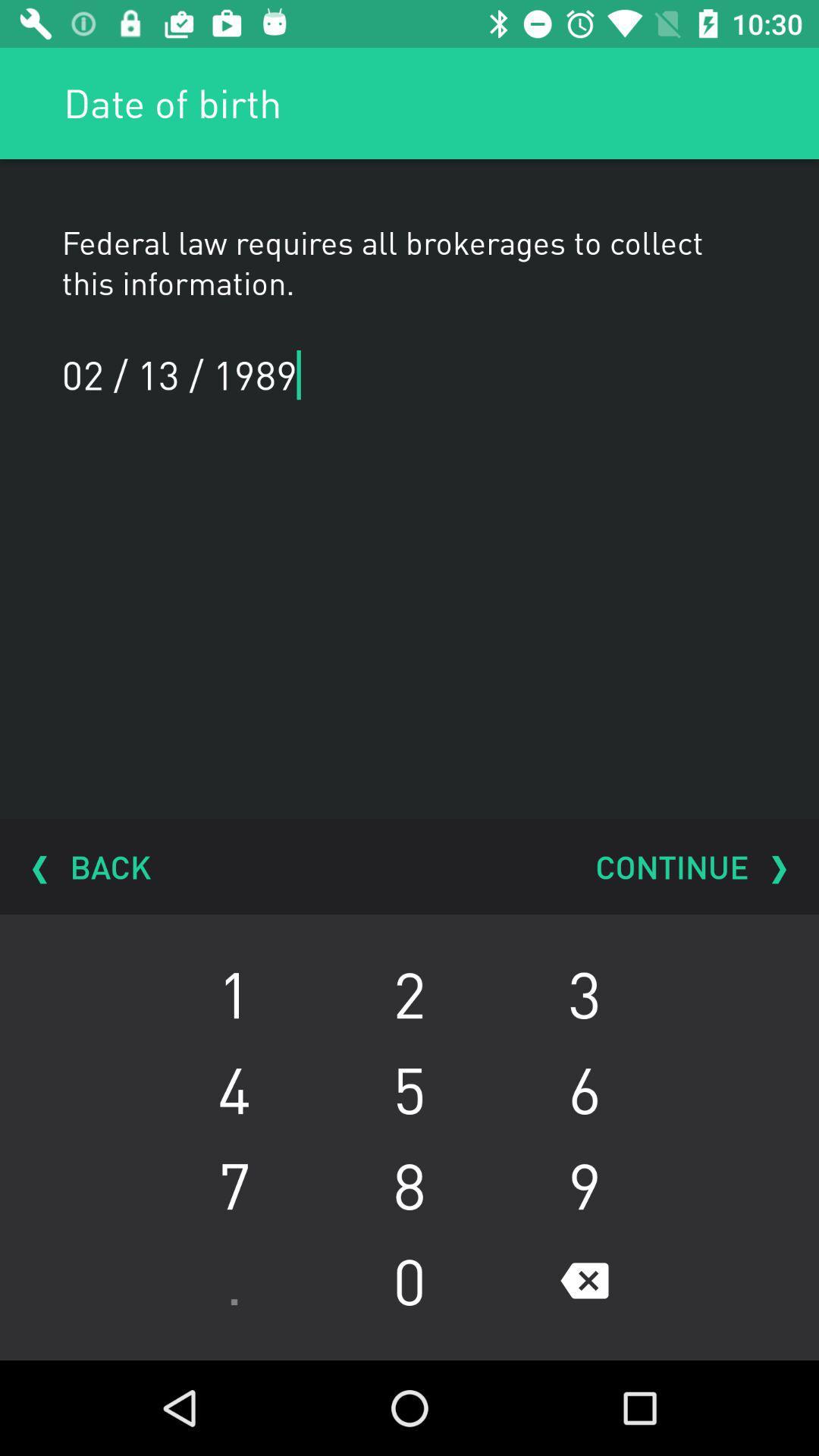  Describe the element at coordinates (584, 1280) in the screenshot. I see `the close icon` at that location.